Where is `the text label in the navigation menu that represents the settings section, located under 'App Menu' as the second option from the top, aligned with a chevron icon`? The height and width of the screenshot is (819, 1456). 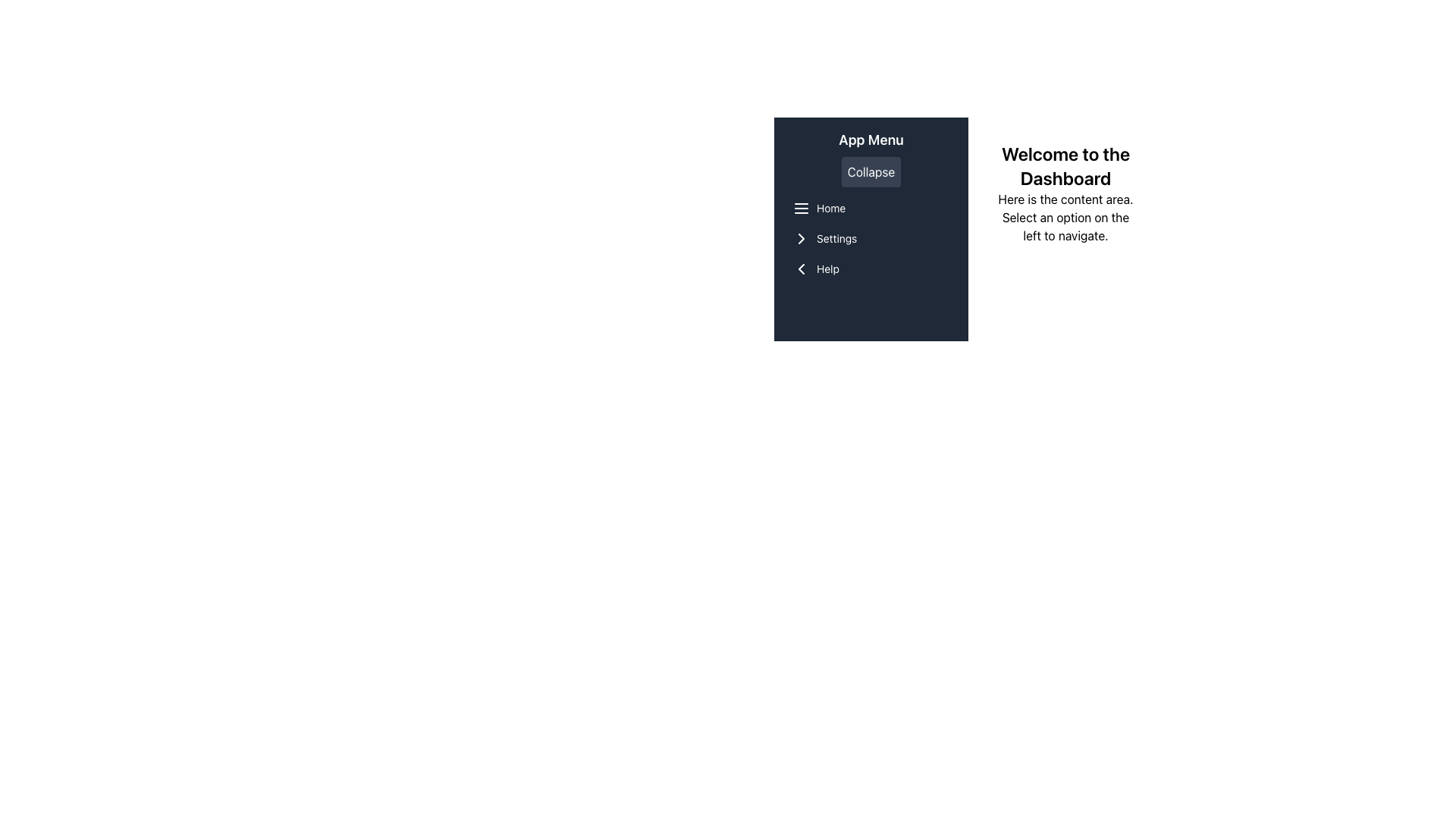 the text label in the navigation menu that represents the settings section, located under 'App Menu' as the second option from the top, aligned with a chevron icon is located at coordinates (836, 239).